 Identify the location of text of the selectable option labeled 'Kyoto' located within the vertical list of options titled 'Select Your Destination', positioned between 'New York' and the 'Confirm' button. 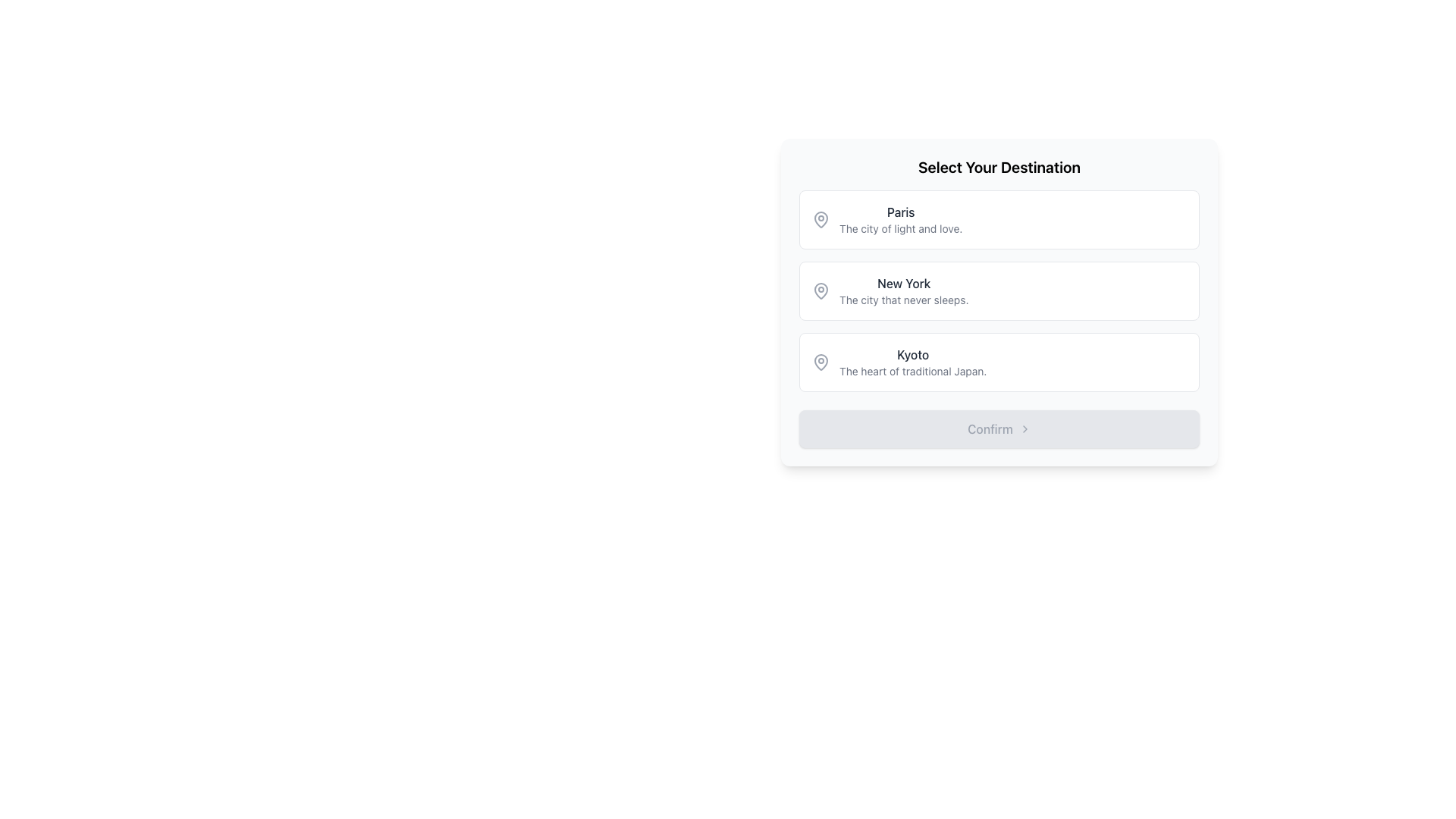
(912, 362).